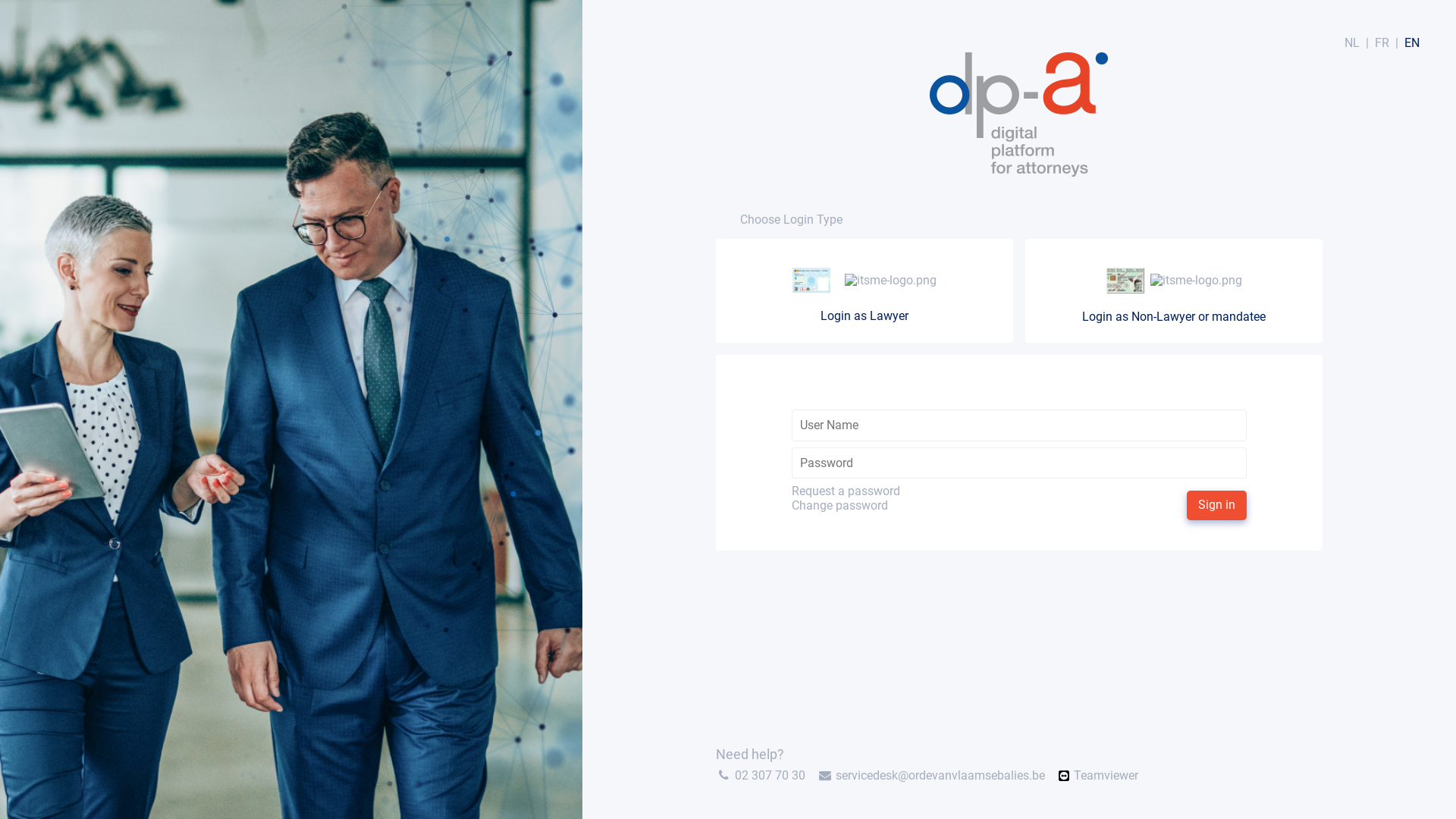 The image size is (1456, 819). I want to click on 'ITSME', so click(839, 280).